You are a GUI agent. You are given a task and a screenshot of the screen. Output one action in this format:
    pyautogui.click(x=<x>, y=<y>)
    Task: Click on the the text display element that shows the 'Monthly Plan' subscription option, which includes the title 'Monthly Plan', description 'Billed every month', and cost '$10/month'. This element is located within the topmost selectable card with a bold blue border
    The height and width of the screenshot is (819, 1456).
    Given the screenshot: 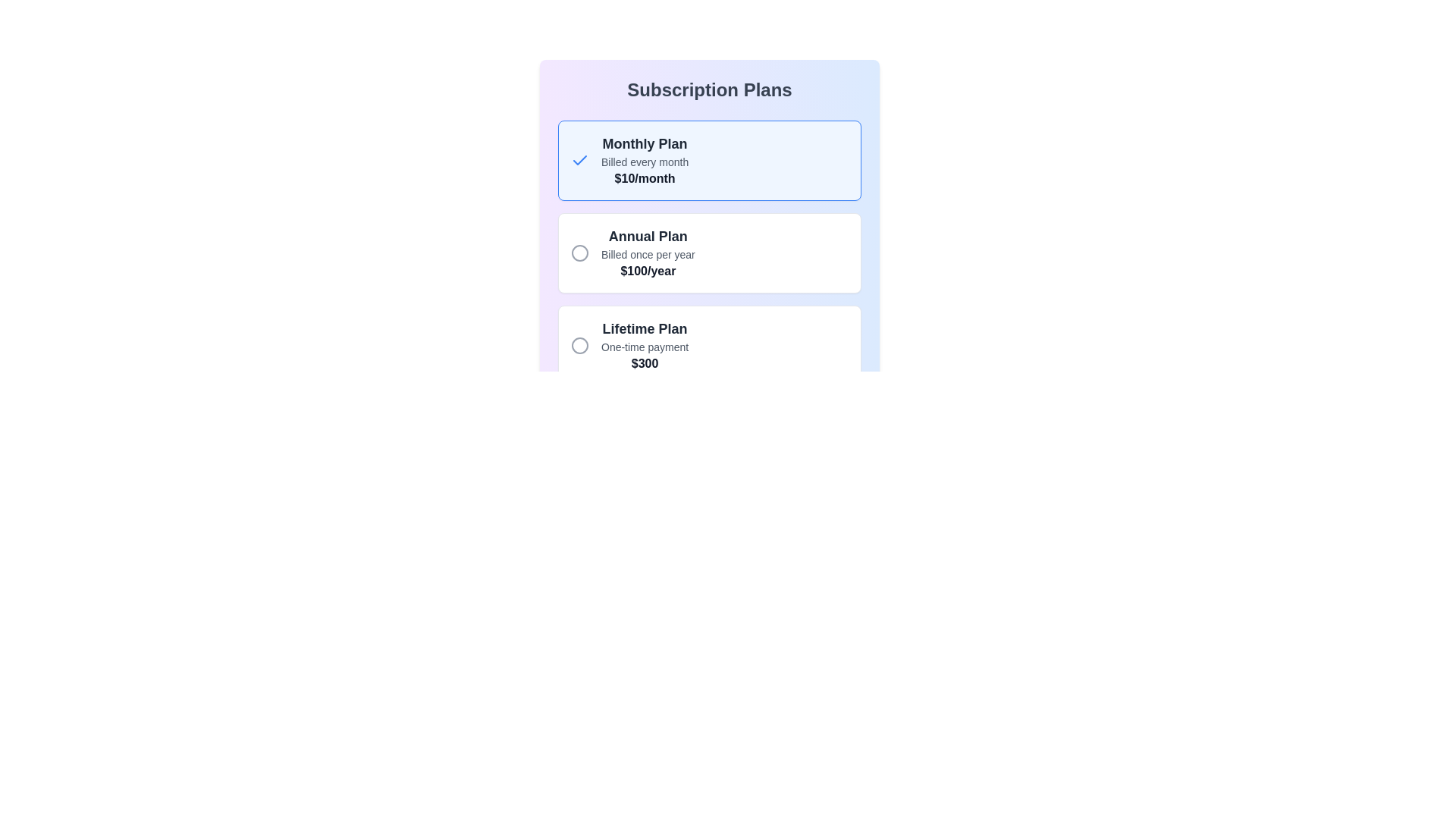 What is the action you would take?
    pyautogui.click(x=645, y=161)
    